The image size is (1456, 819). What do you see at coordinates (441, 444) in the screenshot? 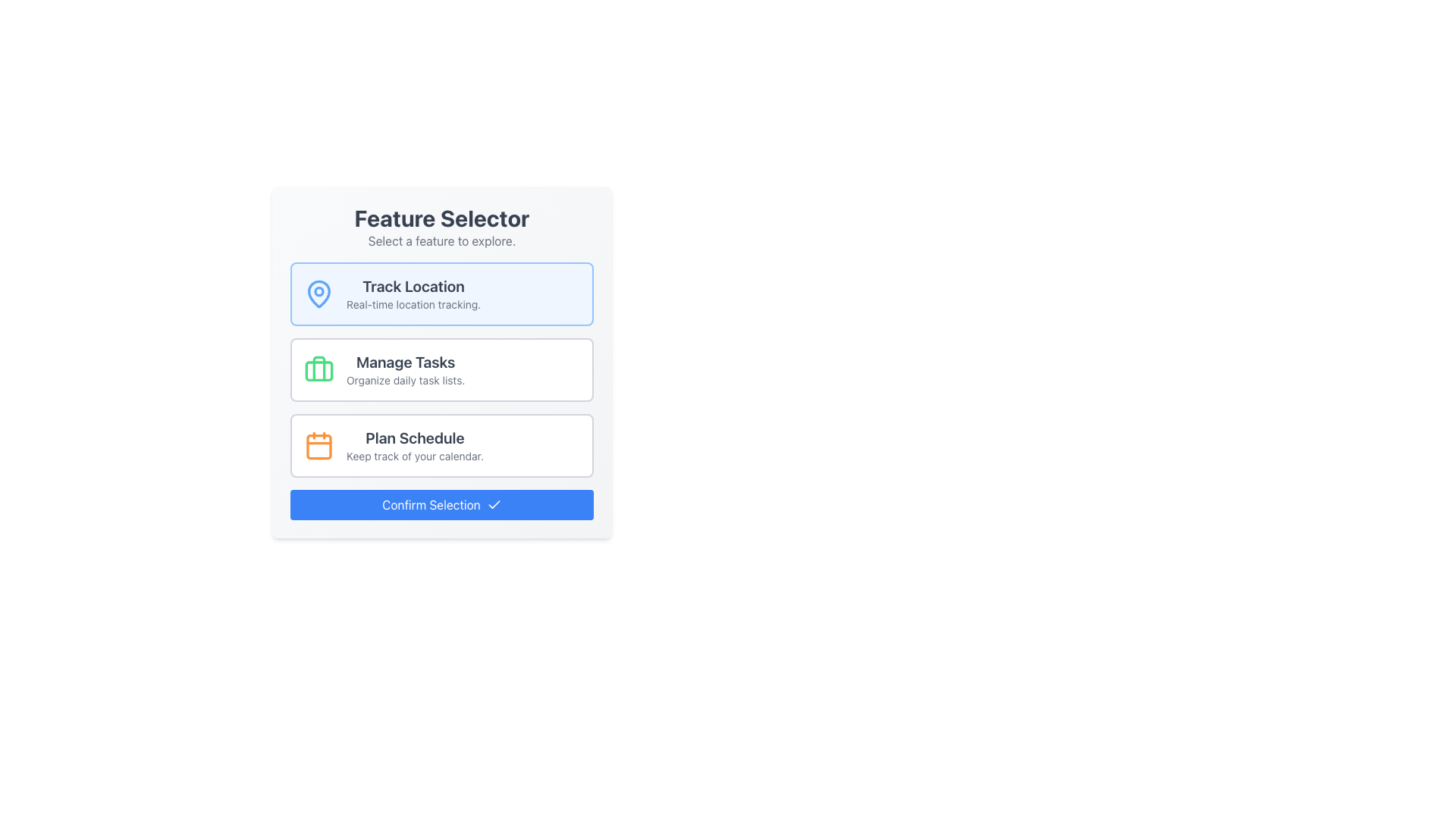
I see `the third selectable list item for scheduling features located in the bottom section of the list` at bounding box center [441, 444].